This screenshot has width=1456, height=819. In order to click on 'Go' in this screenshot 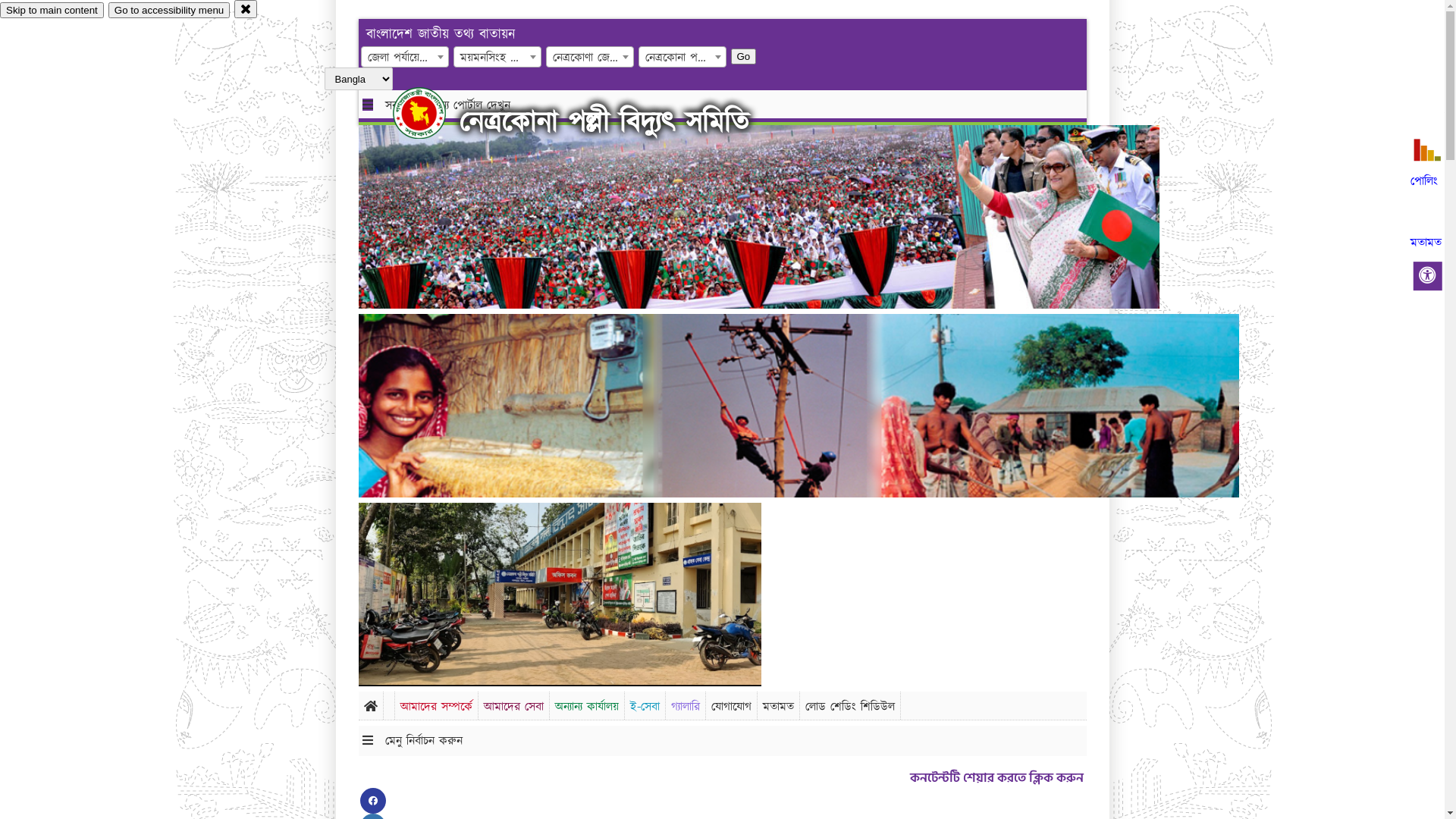, I will do `click(743, 55)`.